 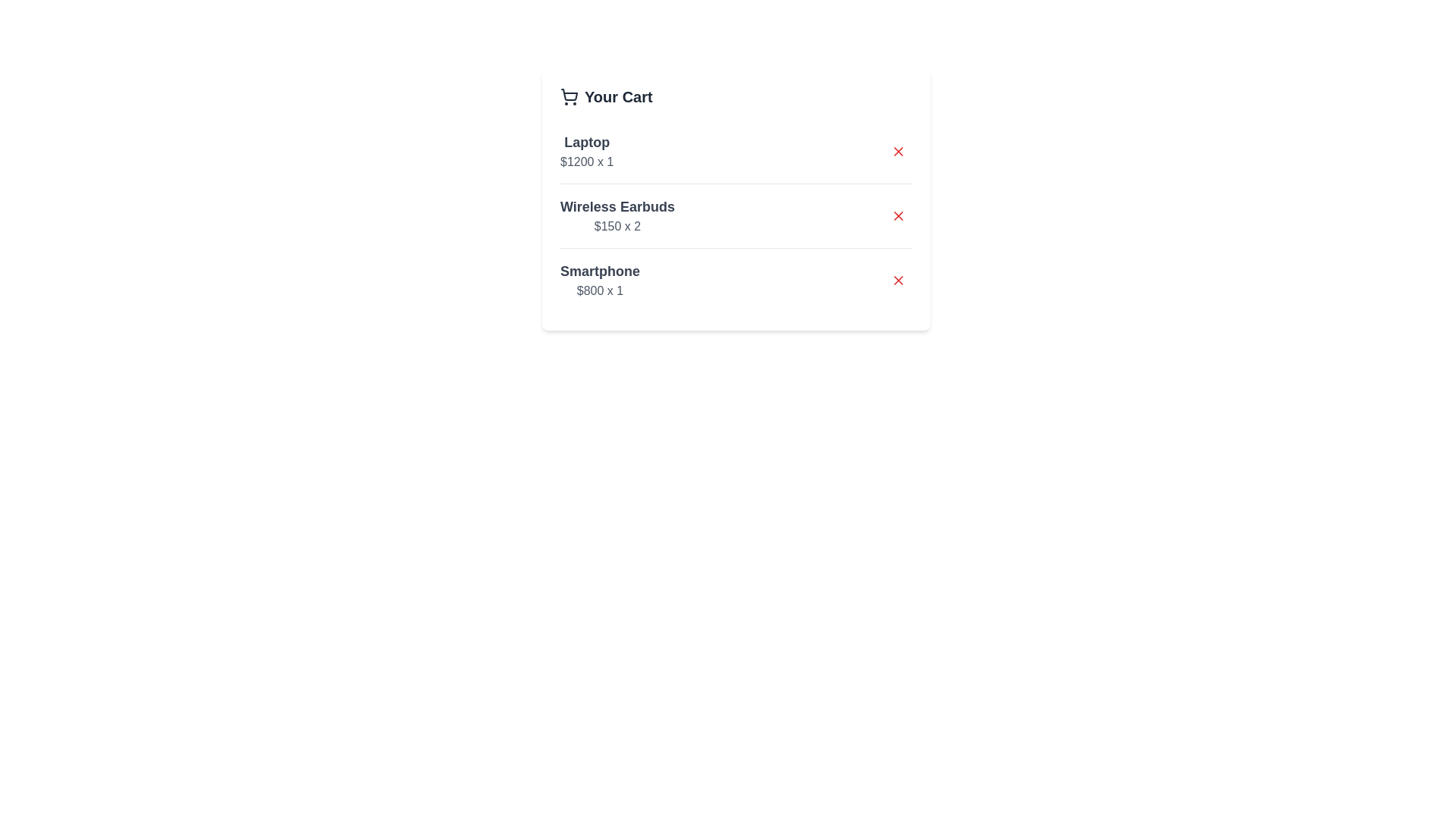 I want to click on the remove button for the item 'Laptop', so click(x=899, y=152).